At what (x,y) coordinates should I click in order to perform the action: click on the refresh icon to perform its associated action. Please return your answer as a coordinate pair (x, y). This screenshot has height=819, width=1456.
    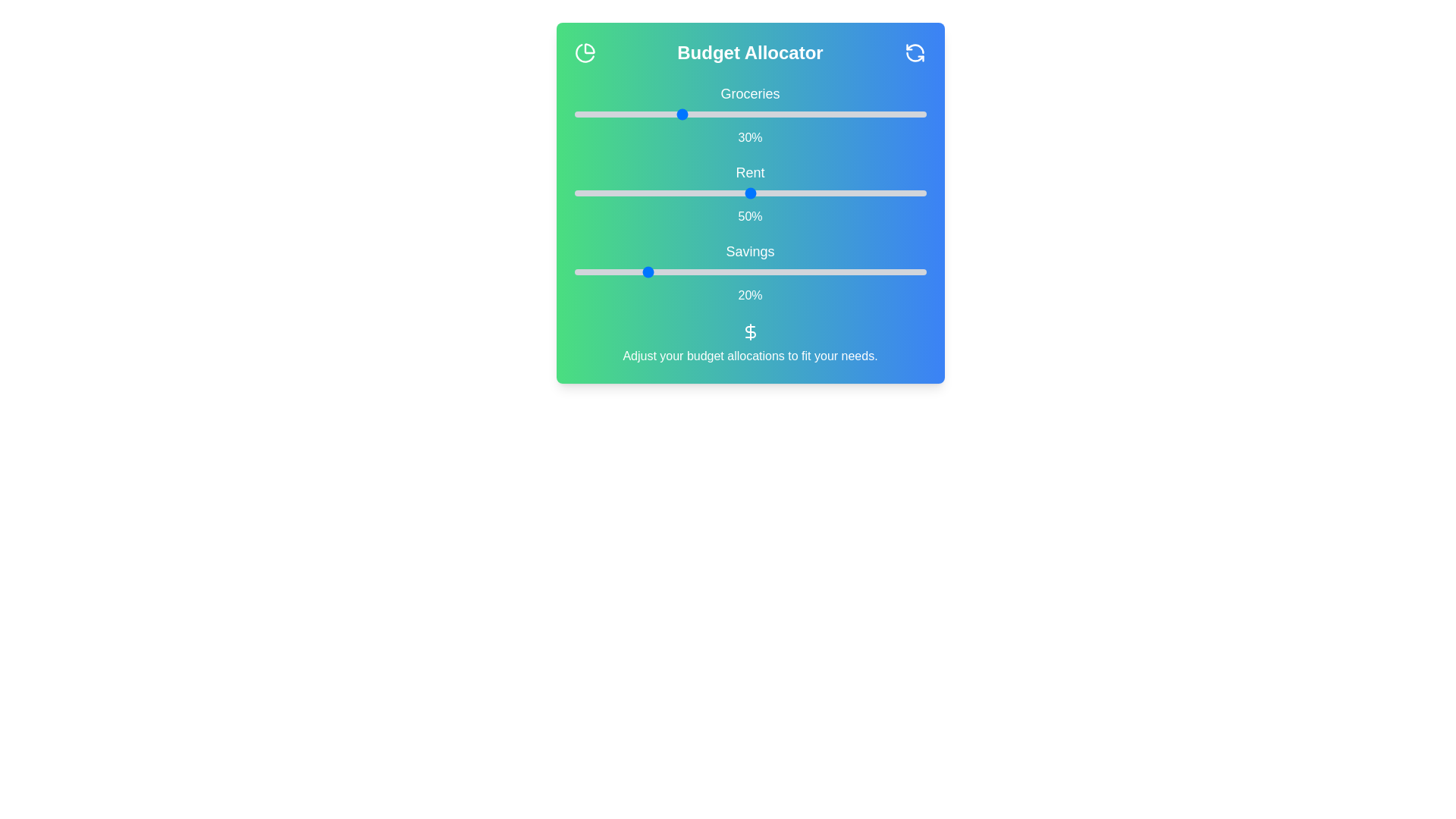
    Looking at the image, I should click on (915, 52).